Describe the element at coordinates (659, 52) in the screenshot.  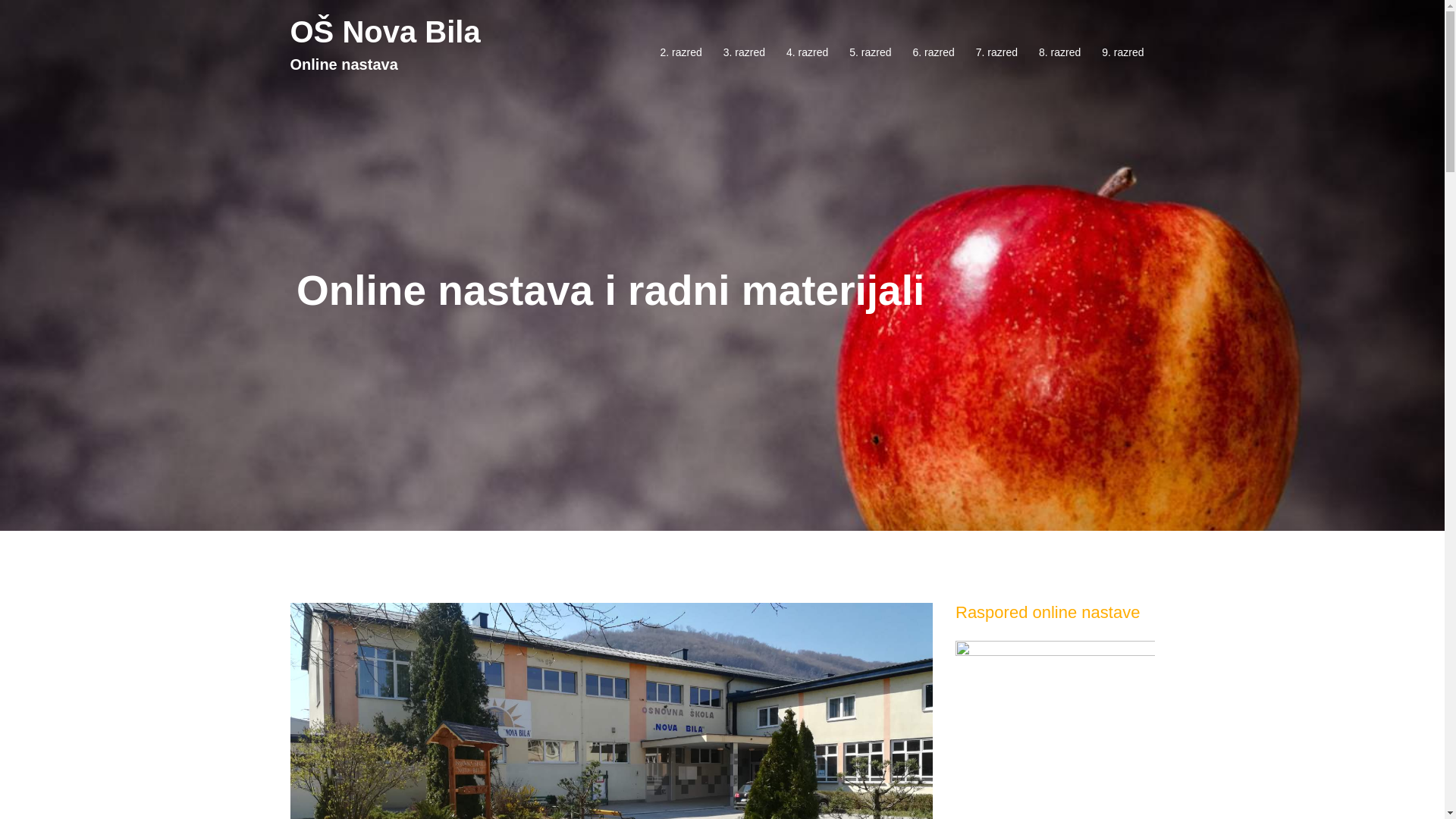
I see `'2. razred'` at that location.